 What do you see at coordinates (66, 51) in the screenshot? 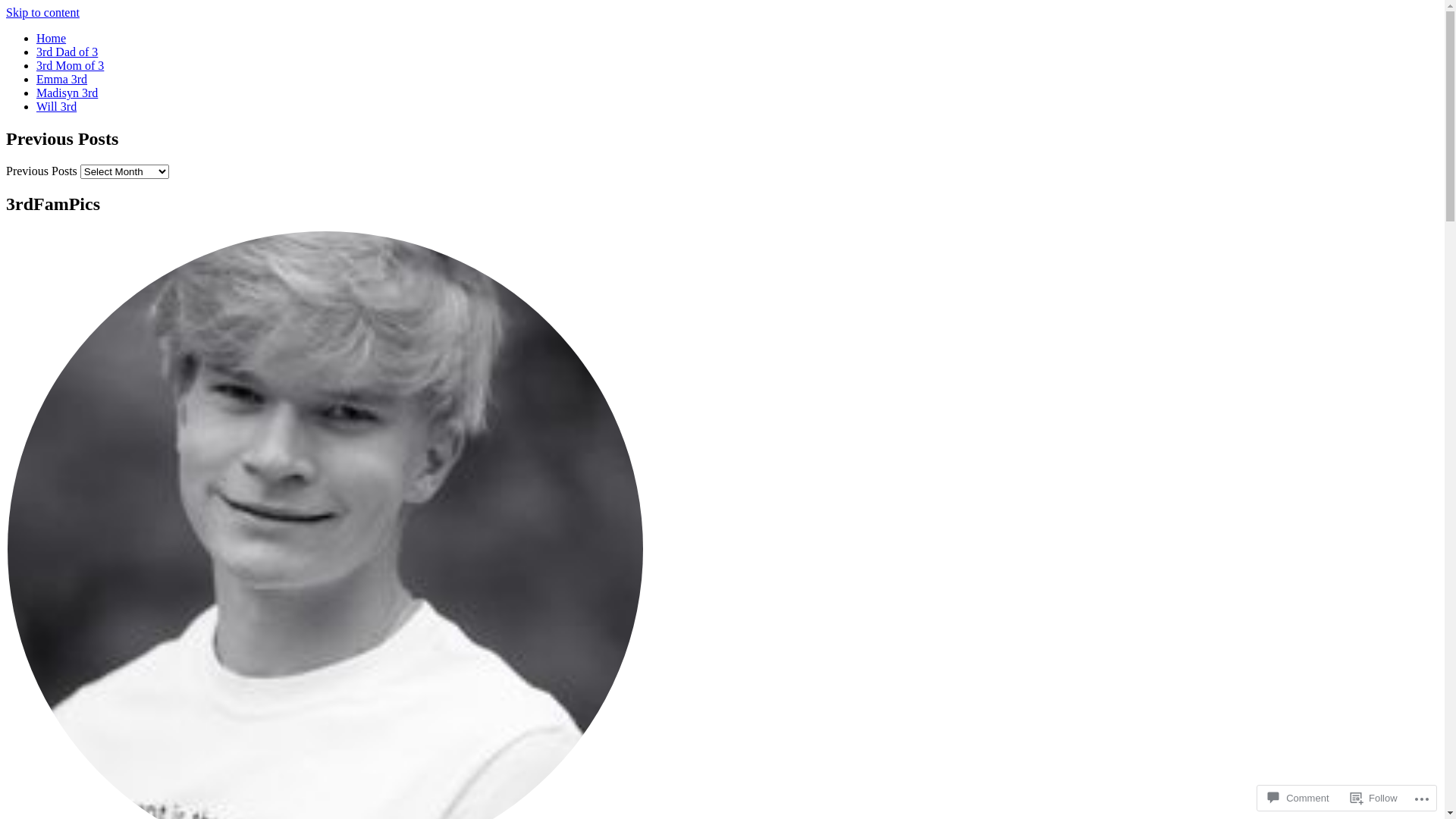
I see `'3rd Dad of 3'` at bounding box center [66, 51].